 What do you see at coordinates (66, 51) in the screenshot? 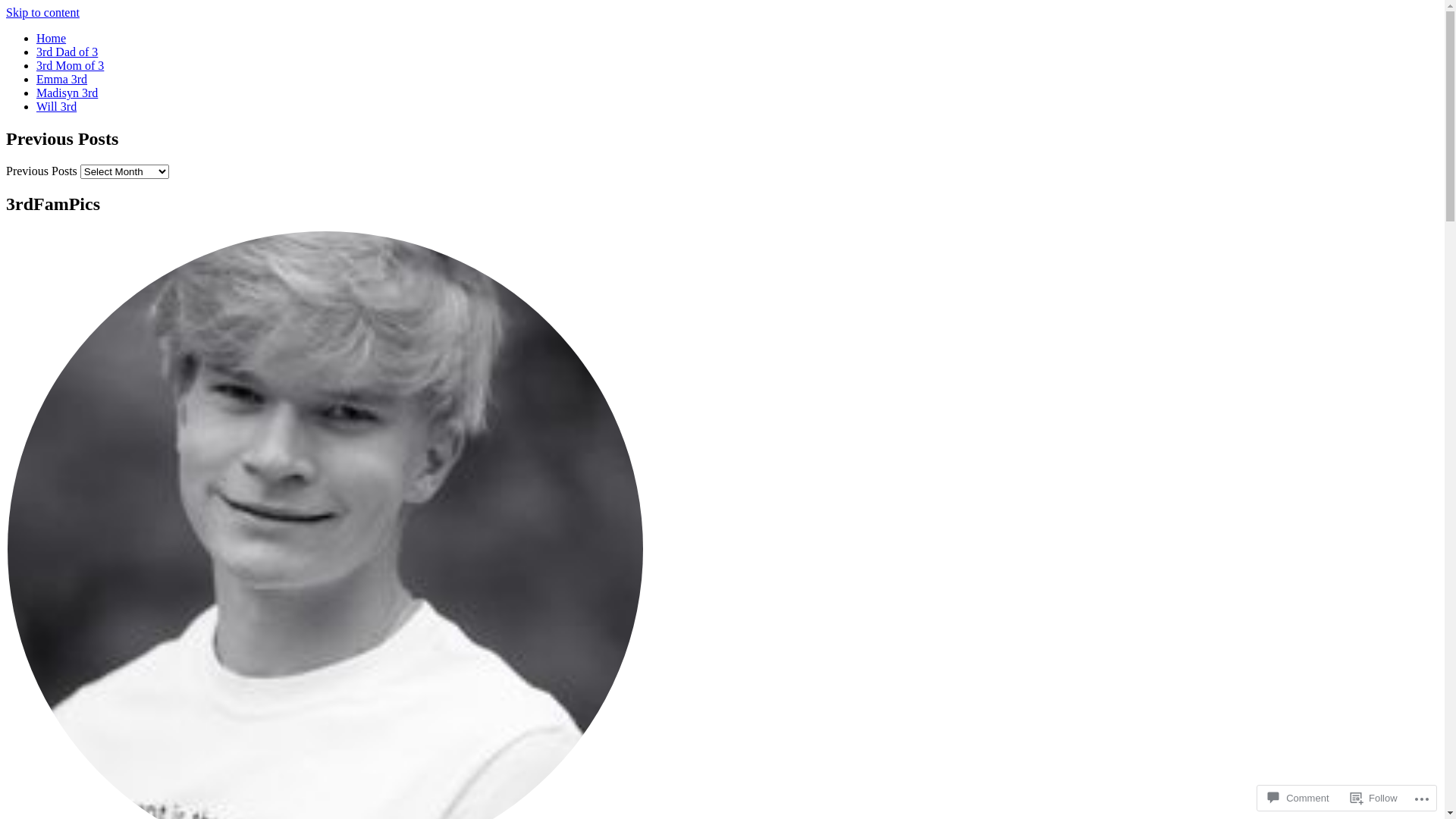
I see `'3rd Dad of 3'` at bounding box center [66, 51].